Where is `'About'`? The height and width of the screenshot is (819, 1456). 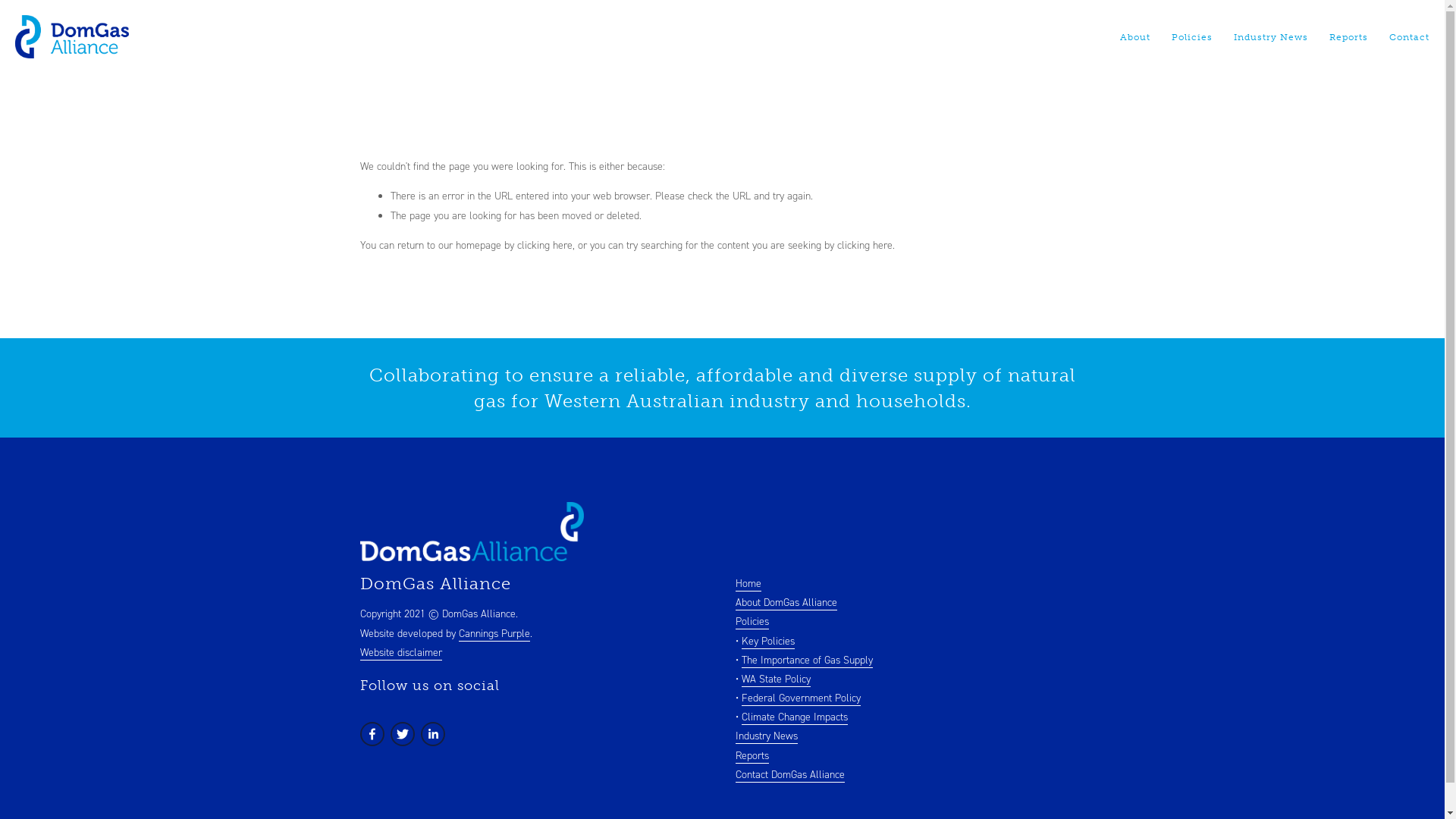 'About' is located at coordinates (1135, 36).